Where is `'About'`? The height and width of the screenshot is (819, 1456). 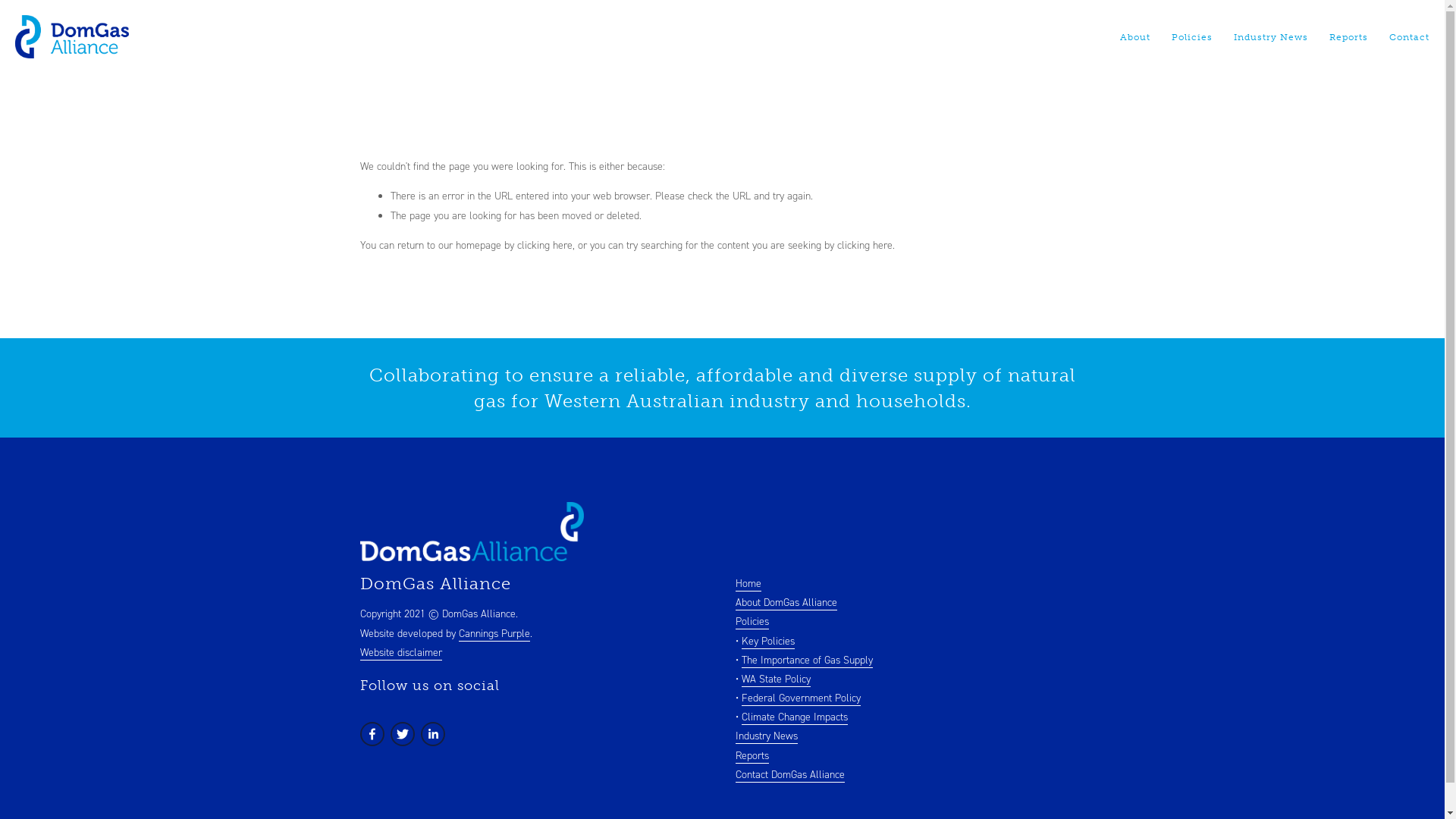 'About' is located at coordinates (1135, 36).